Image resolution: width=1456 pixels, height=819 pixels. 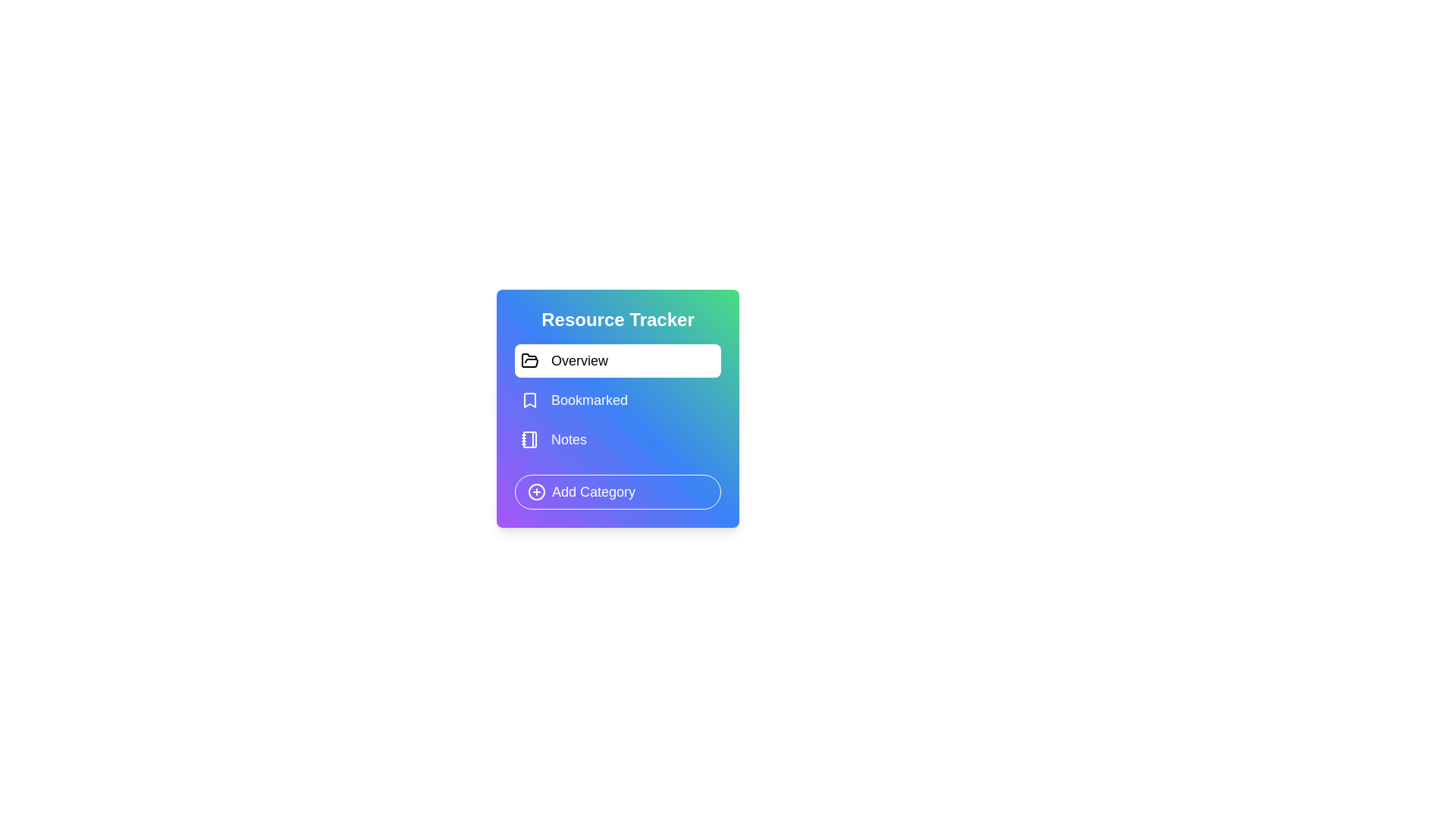 What do you see at coordinates (618, 360) in the screenshot?
I see `the category Overview from the list` at bounding box center [618, 360].